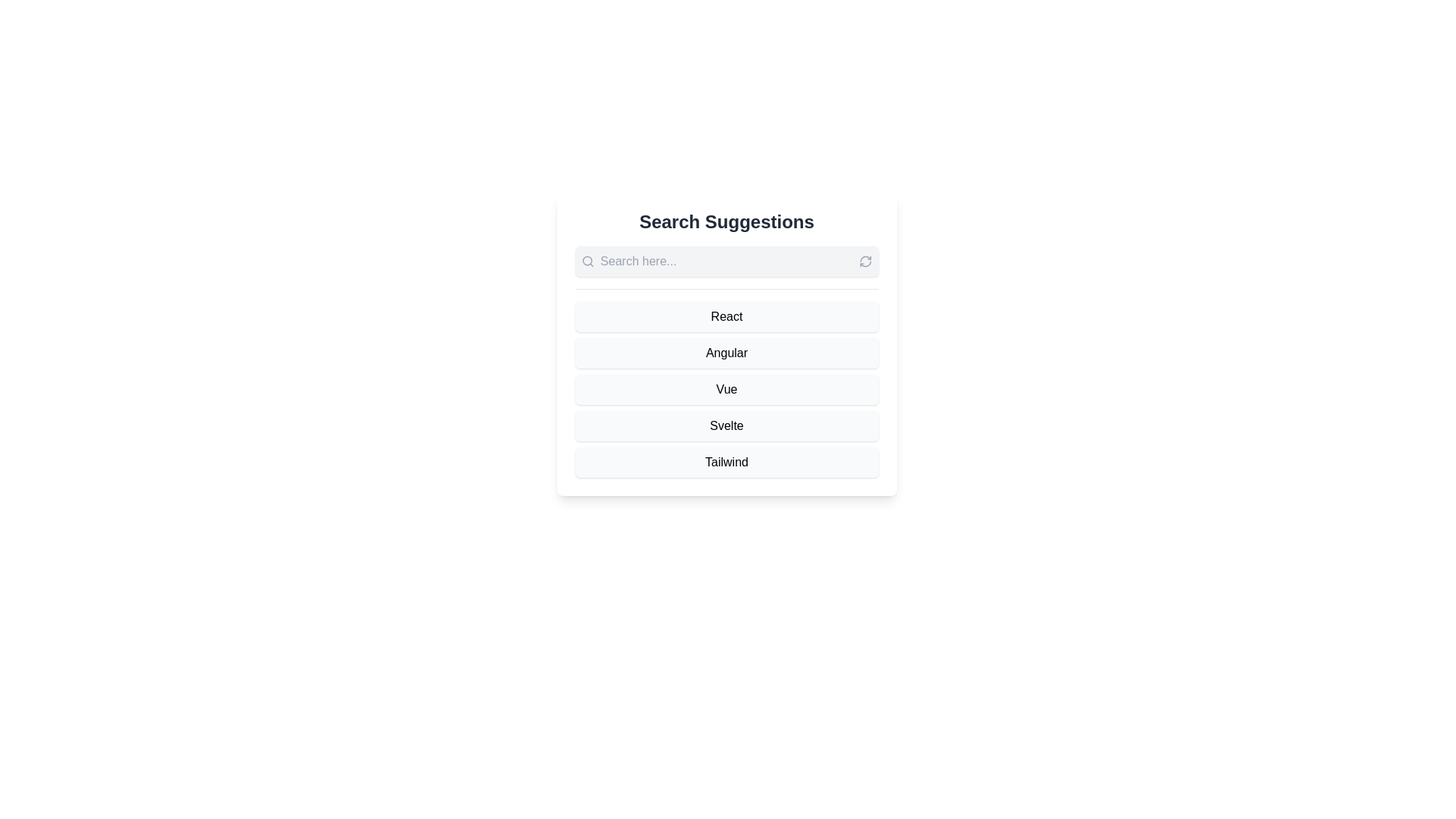 The image size is (1456, 819). Describe the element at coordinates (726, 315) in the screenshot. I see `the selectable option labeled 'React' which is the first item in the list located beneath the search bar` at that location.